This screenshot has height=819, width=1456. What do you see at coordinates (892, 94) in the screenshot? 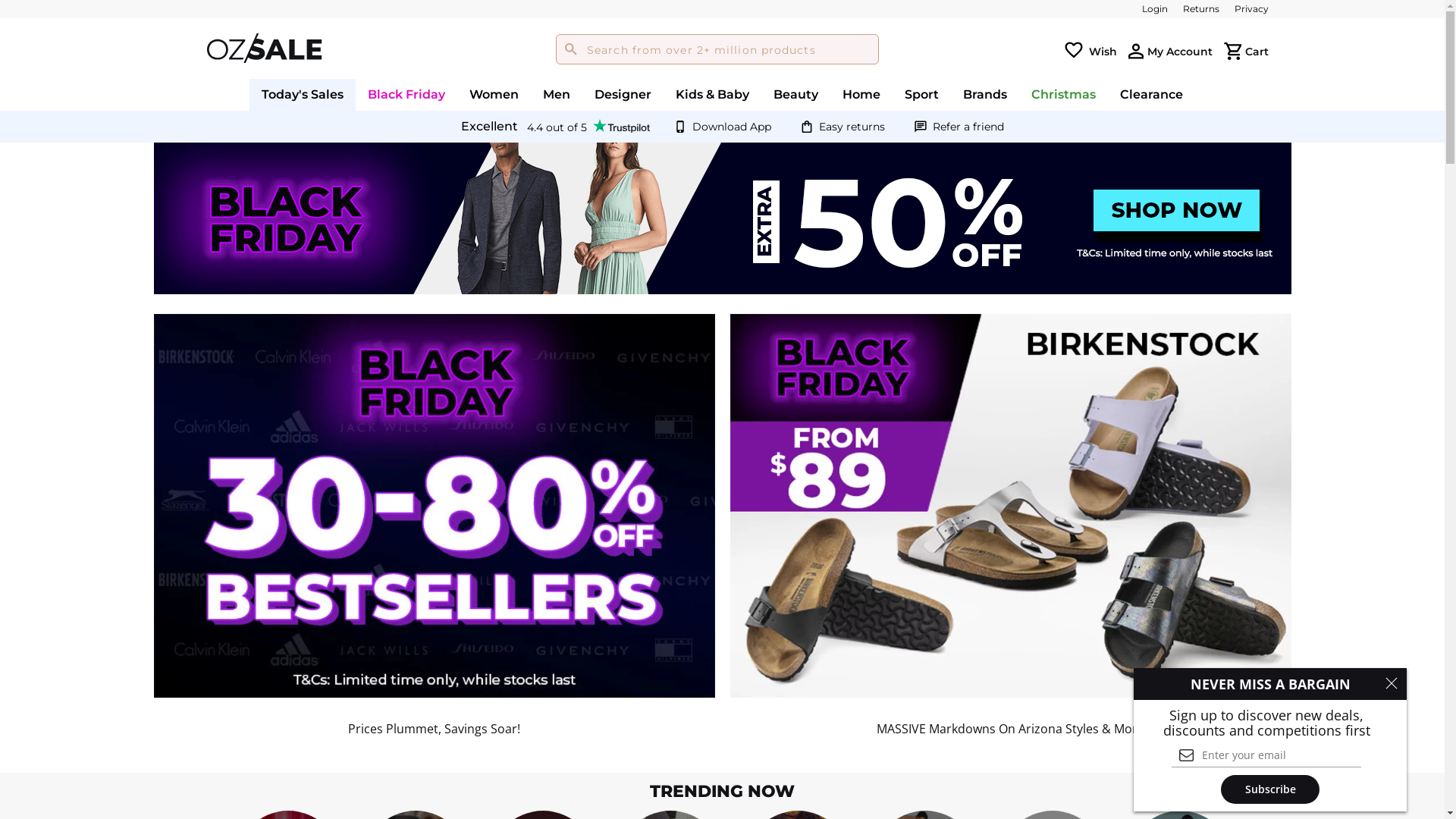
I see `'Sport'` at bounding box center [892, 94].